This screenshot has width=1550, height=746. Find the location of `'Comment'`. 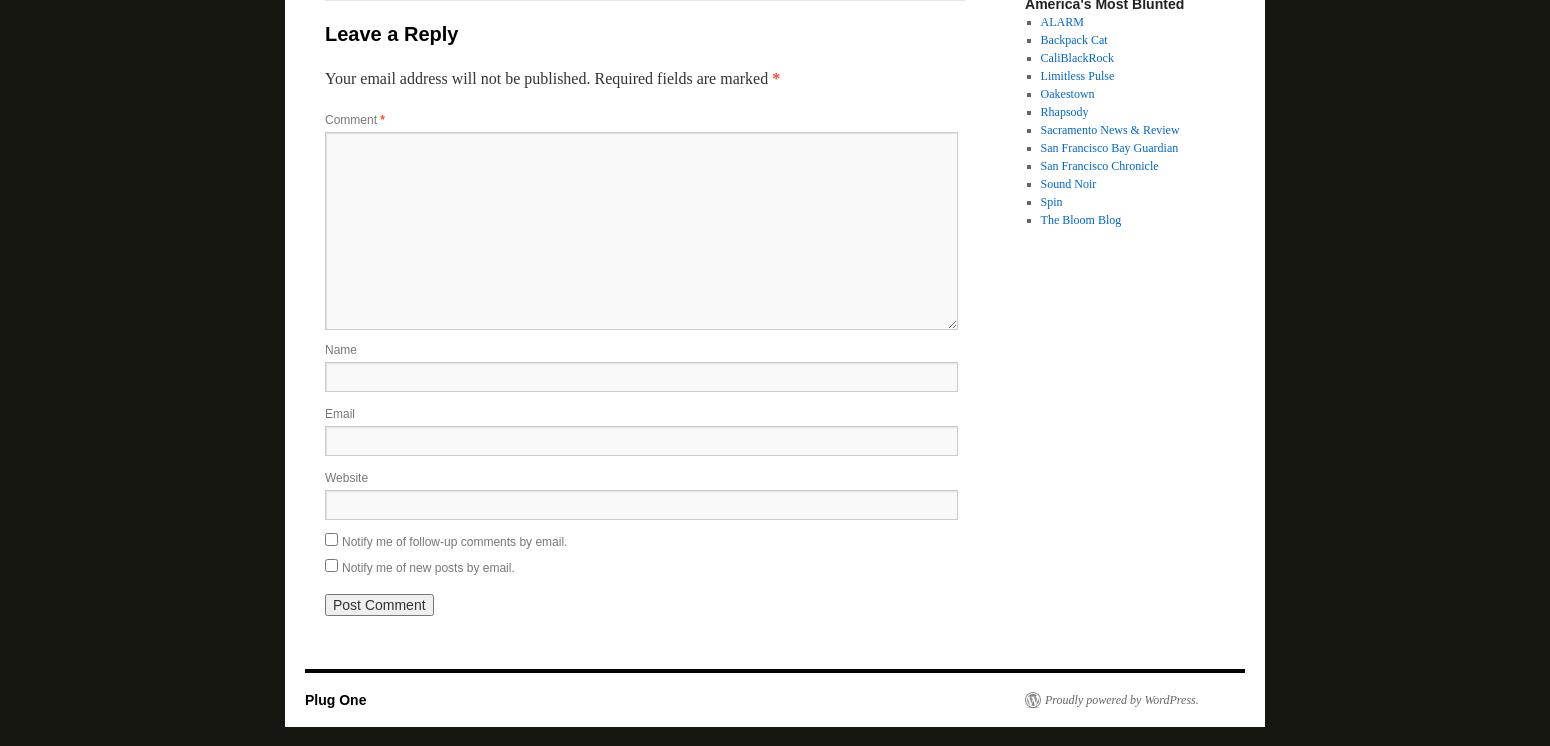

'Comment' is located at coordinates (351, 119).